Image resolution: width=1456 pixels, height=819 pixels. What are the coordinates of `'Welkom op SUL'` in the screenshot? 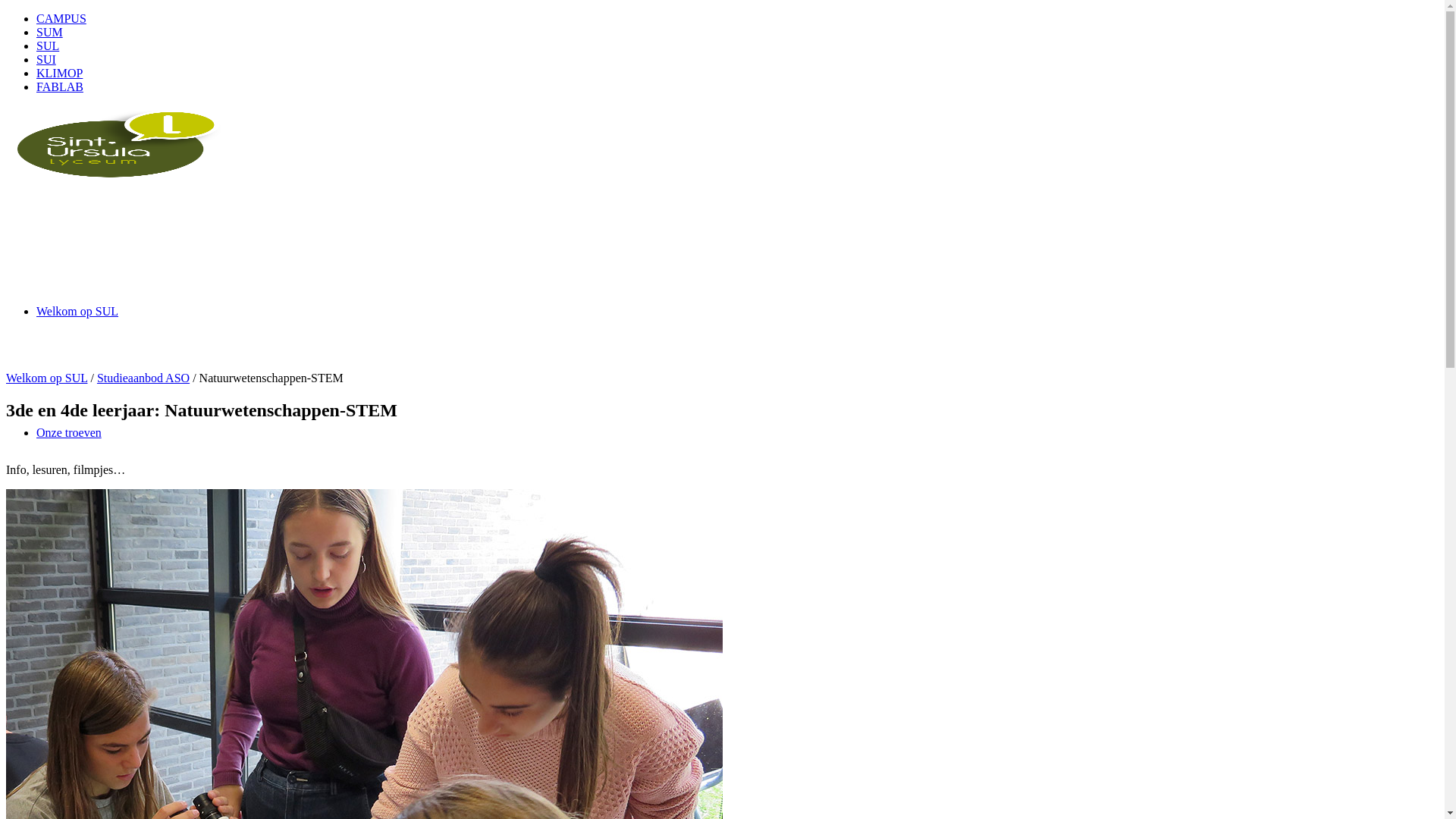 It's located at (6, 377).